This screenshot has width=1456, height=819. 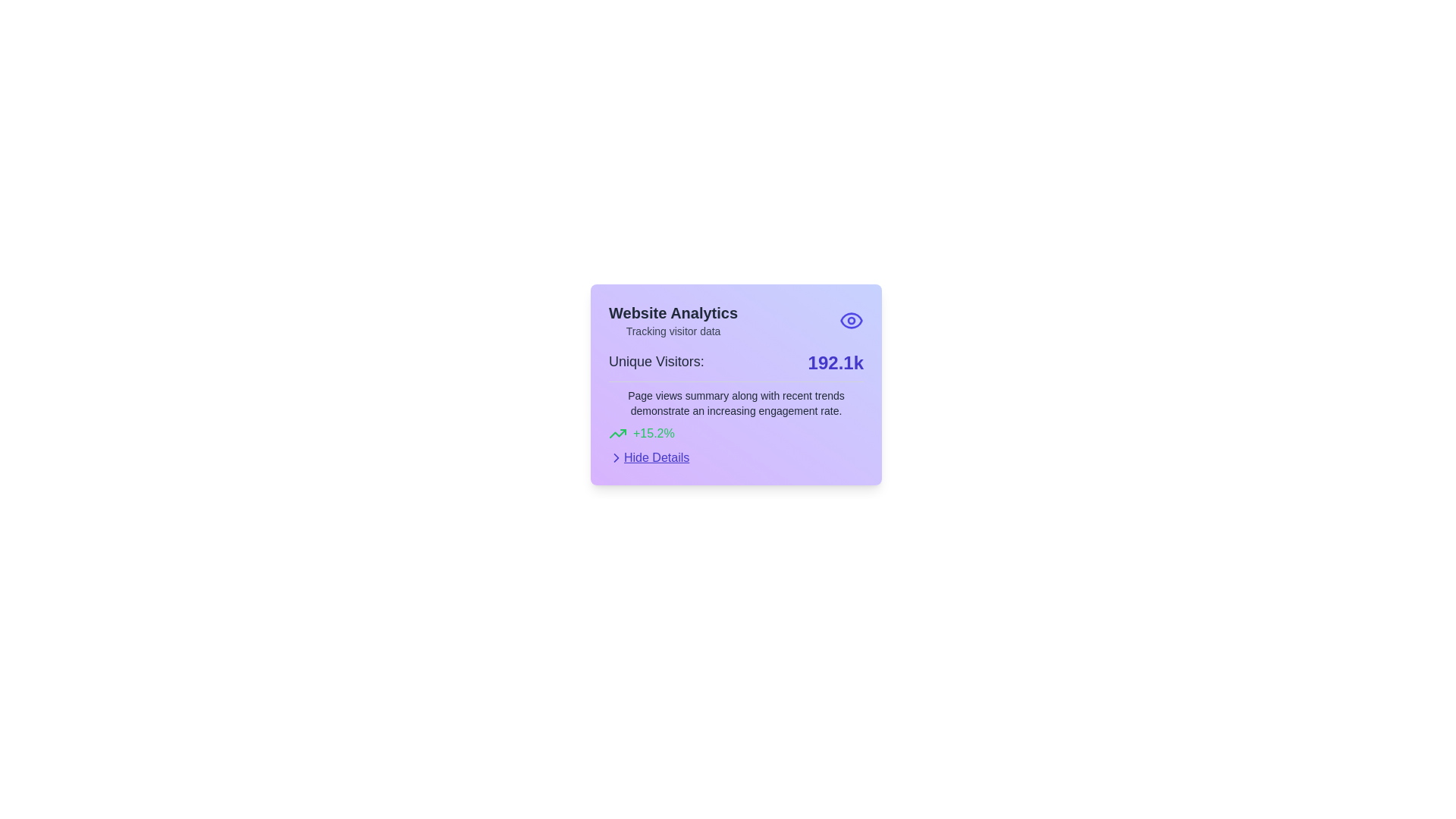 I want to click on the static text element that provides insight into page views and trends, located below the title 'Unique Visitors: 192.1k' and above the percentage '+15.2%' with a green arrow icon next to it, so click(x=736, y=403).